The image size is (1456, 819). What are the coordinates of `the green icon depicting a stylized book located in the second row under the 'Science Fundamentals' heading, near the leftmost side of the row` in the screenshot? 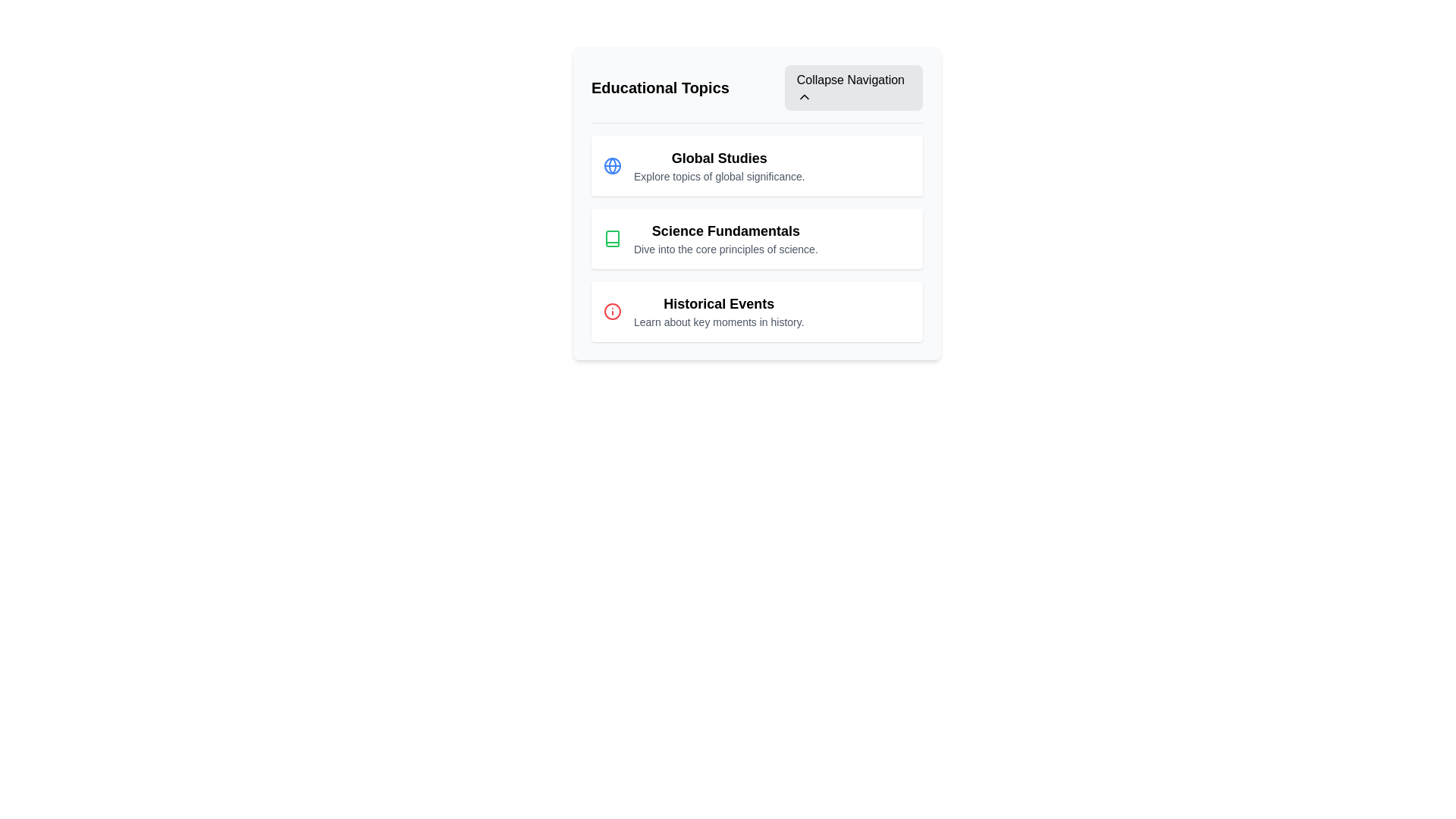 It's located at (612, 239).